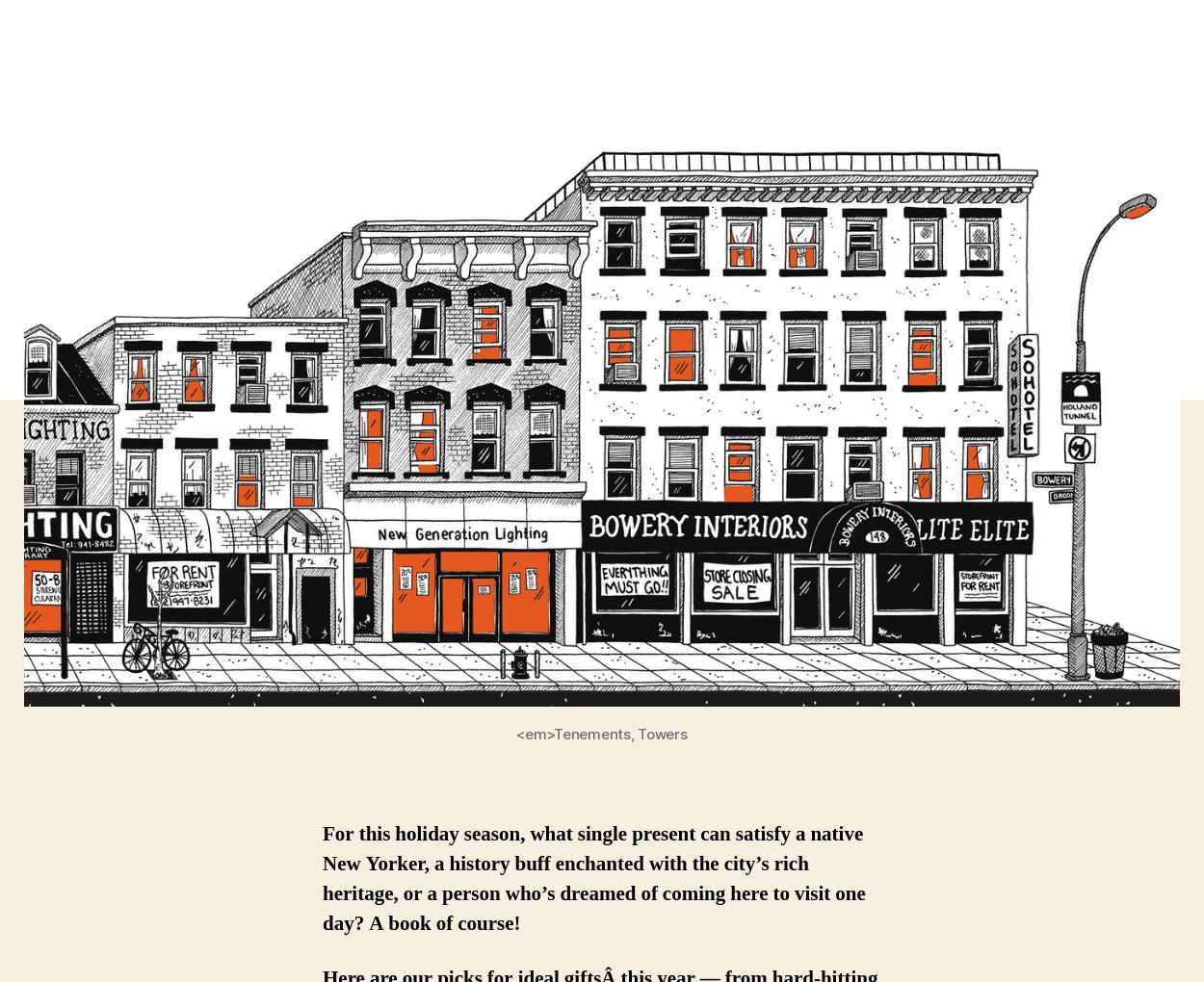  What do you see at coordinates (268, 443) in the screenshot?
I see `'Sign up for our newsletter!'` at bounding box center [268, 443].